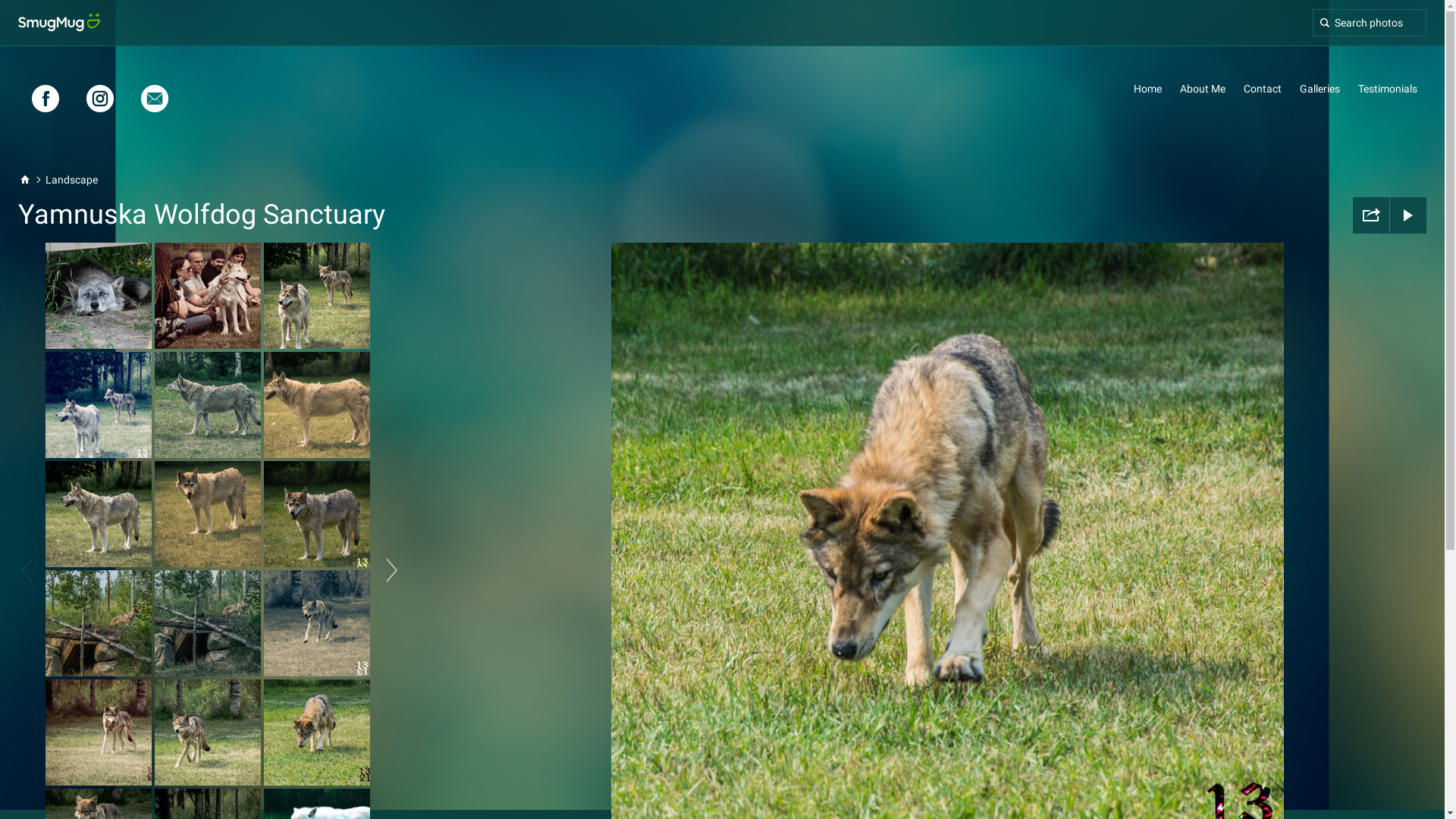  What do you see at coordinates (1319, 88) in the screenshot?
I see `'Galleries'` at bounding box center [1319, 88].